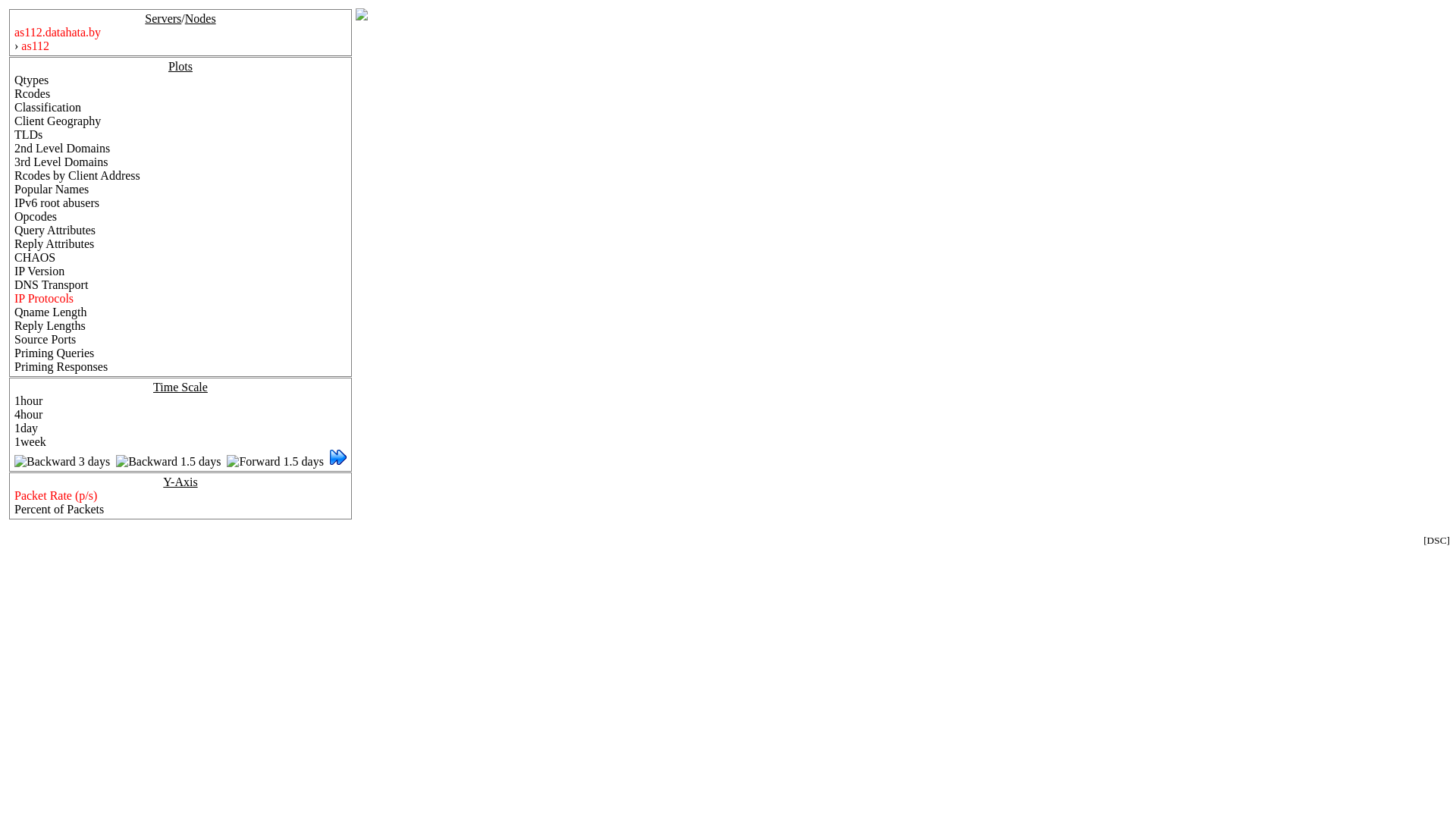 This screenshot has height=819, width=1456. I want to click on 'Forward 3 days', so click(337, 460).